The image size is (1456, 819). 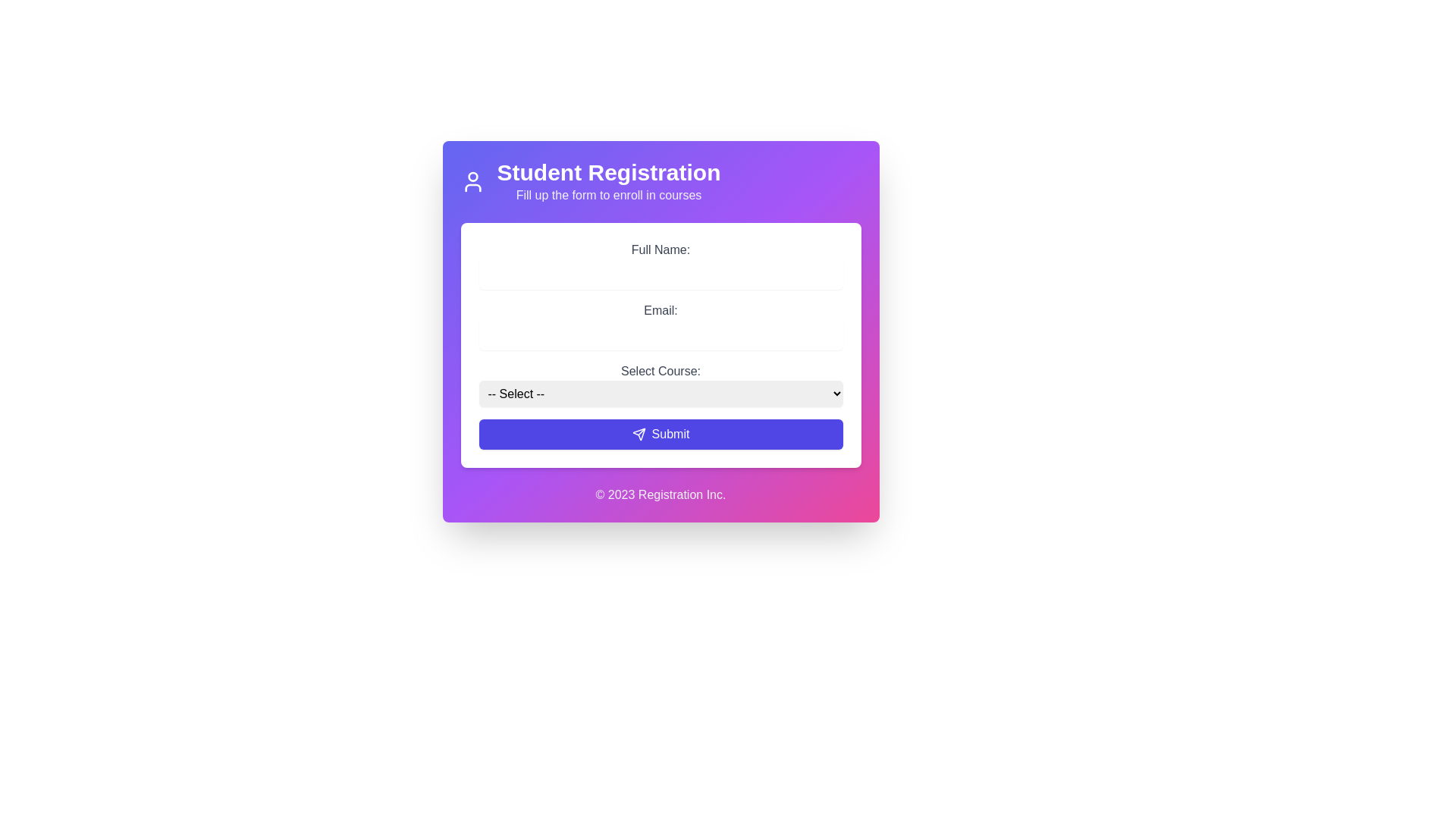 What do you see at coordinates (670, 435) in the screenshot?
I see `textual content of the label displaying 'Submit' within the dark blue button at the bottom center of the form` at bounding box center [670, 435].